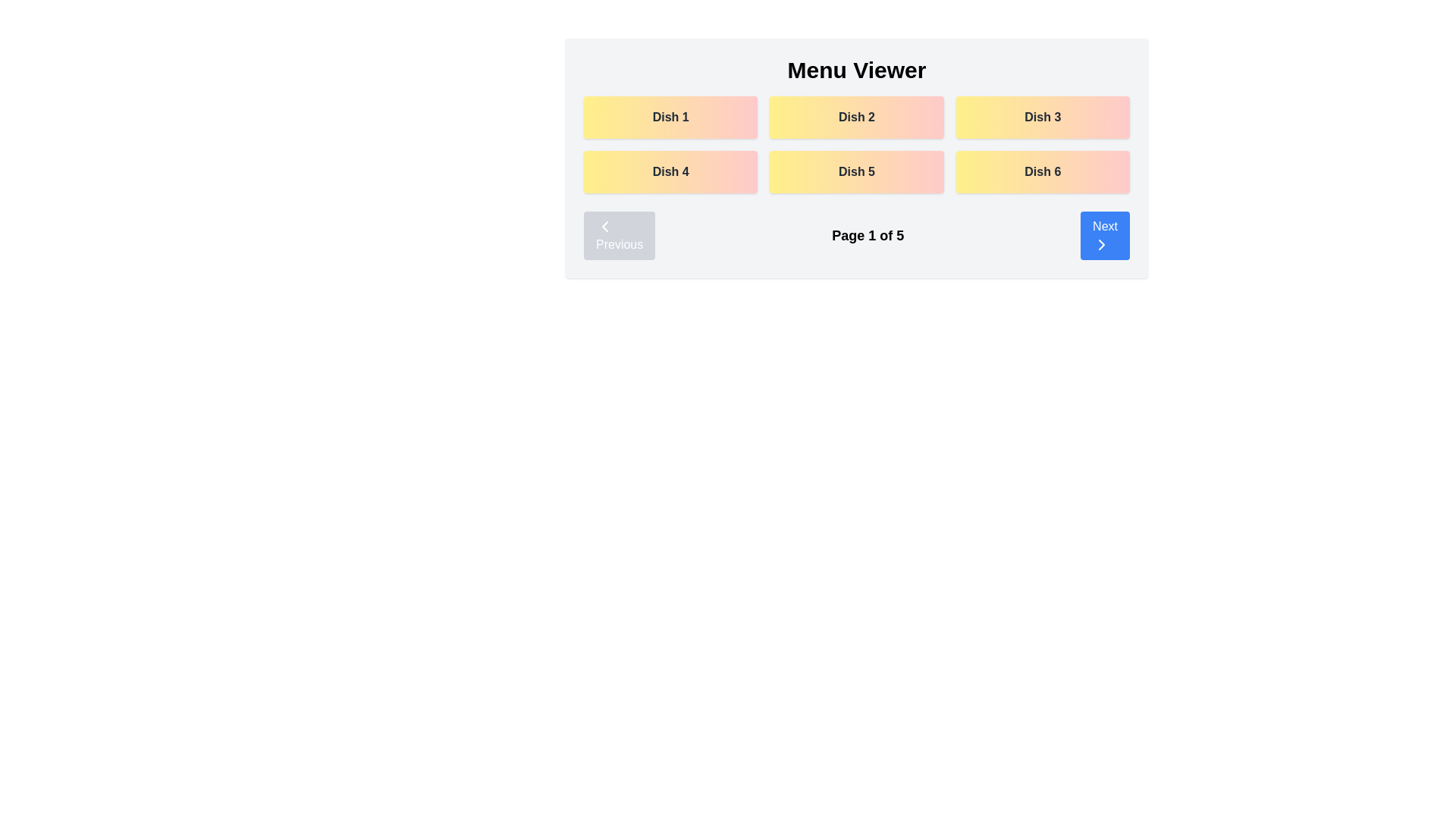 Image resolution: width=1456 pixels, height=819 pixels. I want to click on the first dish option button in the menu selection interface, which is a static display element located in the top-left corner of the grid layout, so click(670, 116).